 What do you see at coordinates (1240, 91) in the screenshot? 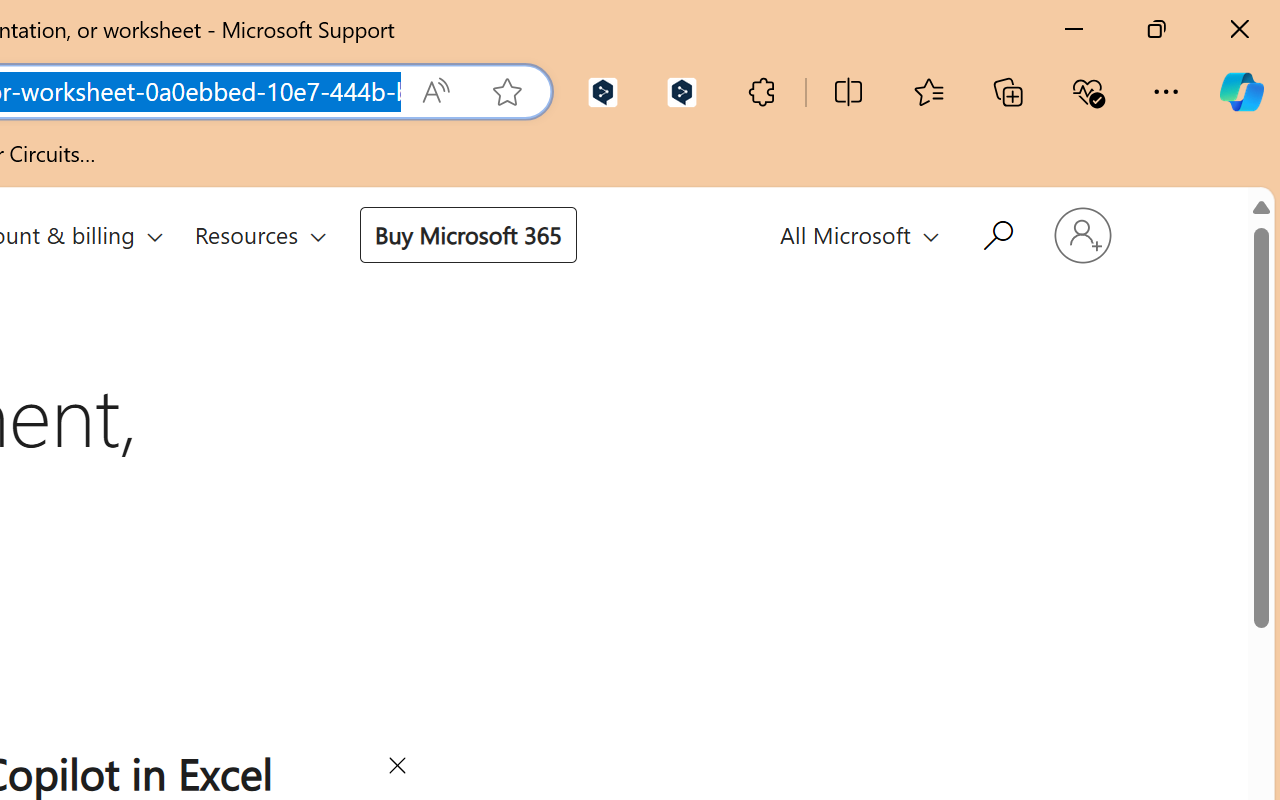
I see `'Copilot (Ctrl+Shift+.)'` at bounding box center [1240, 91].